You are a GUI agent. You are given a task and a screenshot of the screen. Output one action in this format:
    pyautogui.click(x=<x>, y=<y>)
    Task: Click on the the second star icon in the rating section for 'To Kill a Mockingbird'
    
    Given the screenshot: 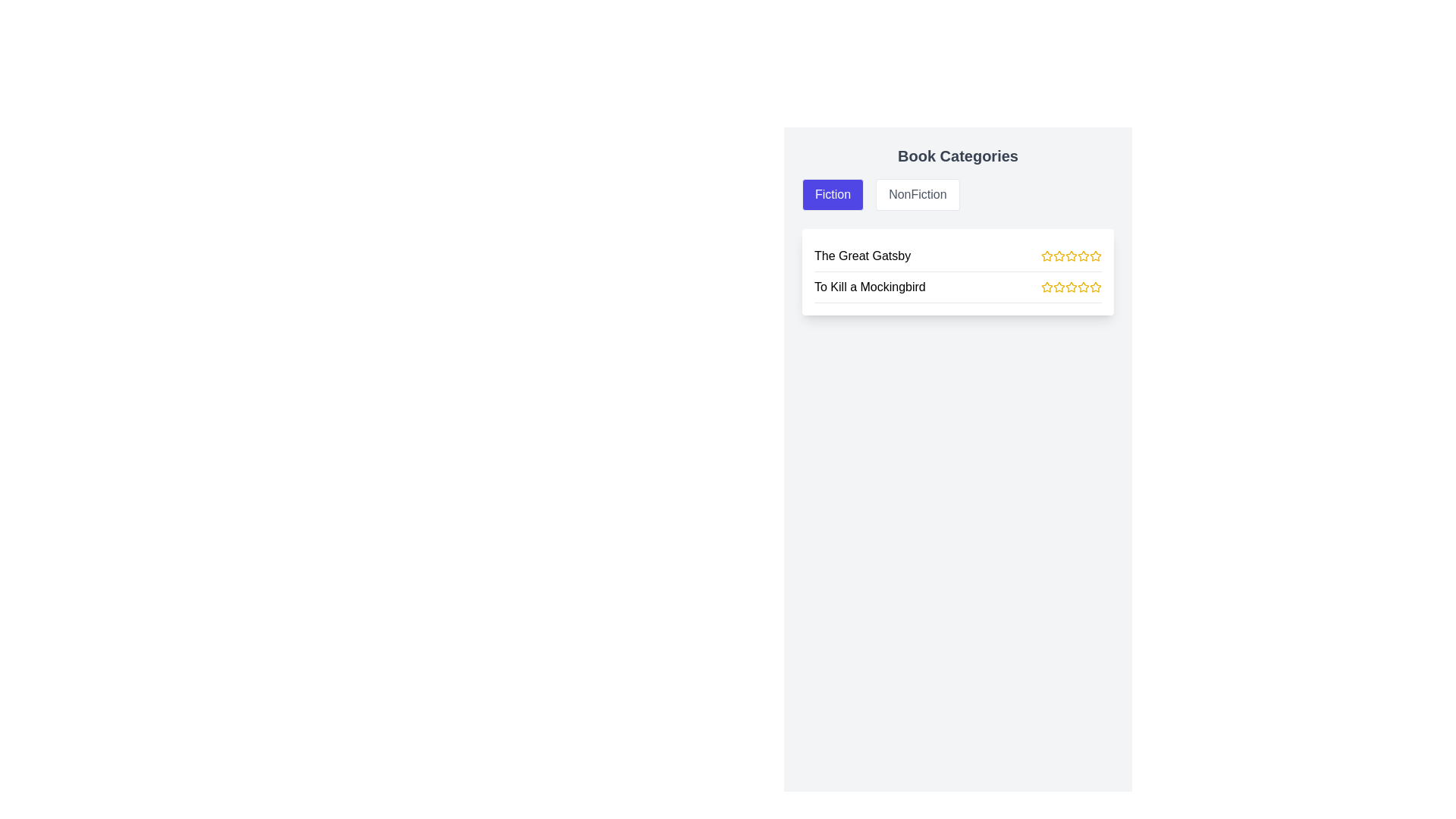 What is the action you would take?
    pyautogui.click(x=1070, y=287)
    